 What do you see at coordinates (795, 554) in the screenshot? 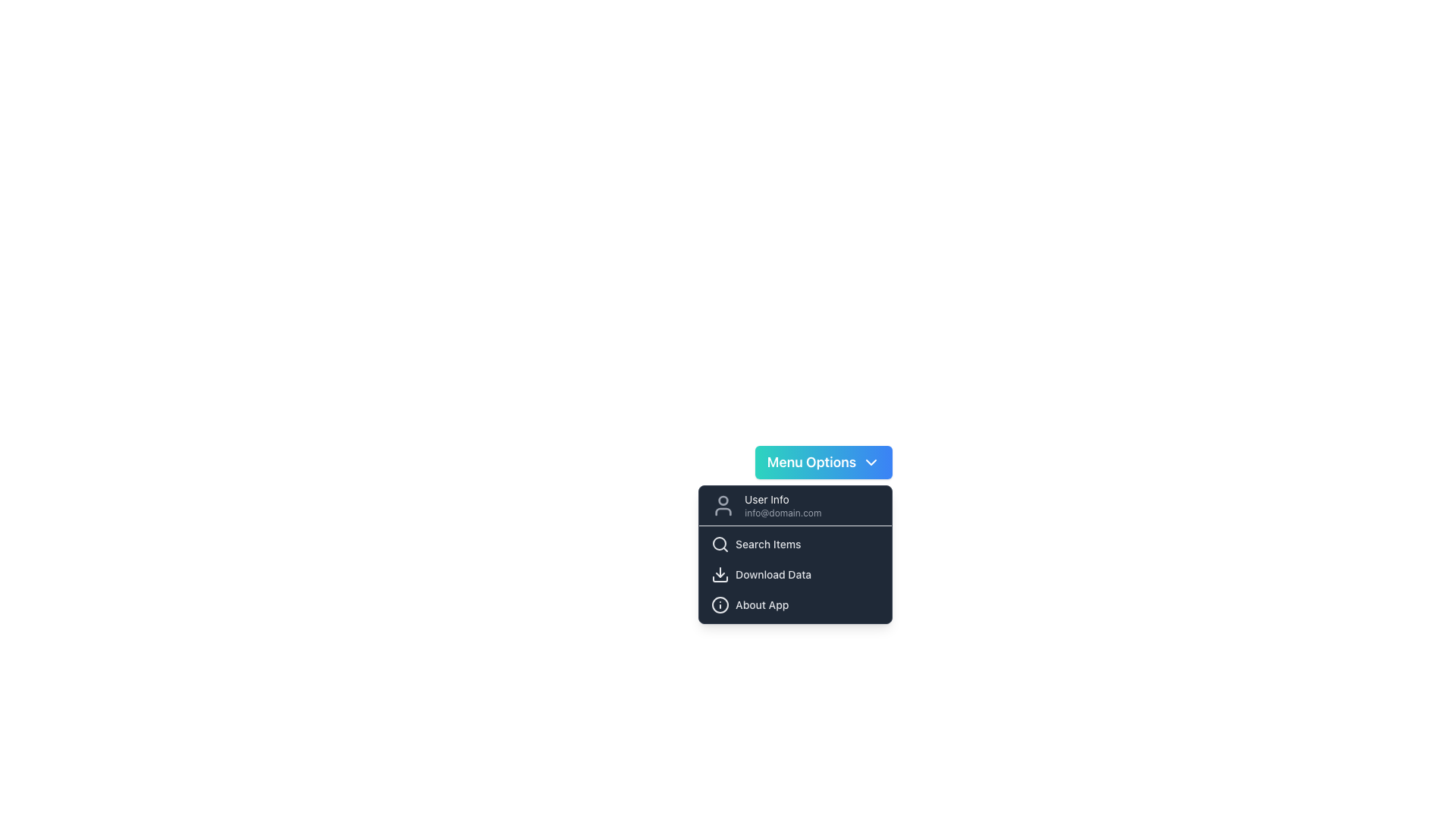
I see `an option in the Dropdown Menu located below the 'Menu Options' button with a downward arrow` at bounding box center [795, 554].